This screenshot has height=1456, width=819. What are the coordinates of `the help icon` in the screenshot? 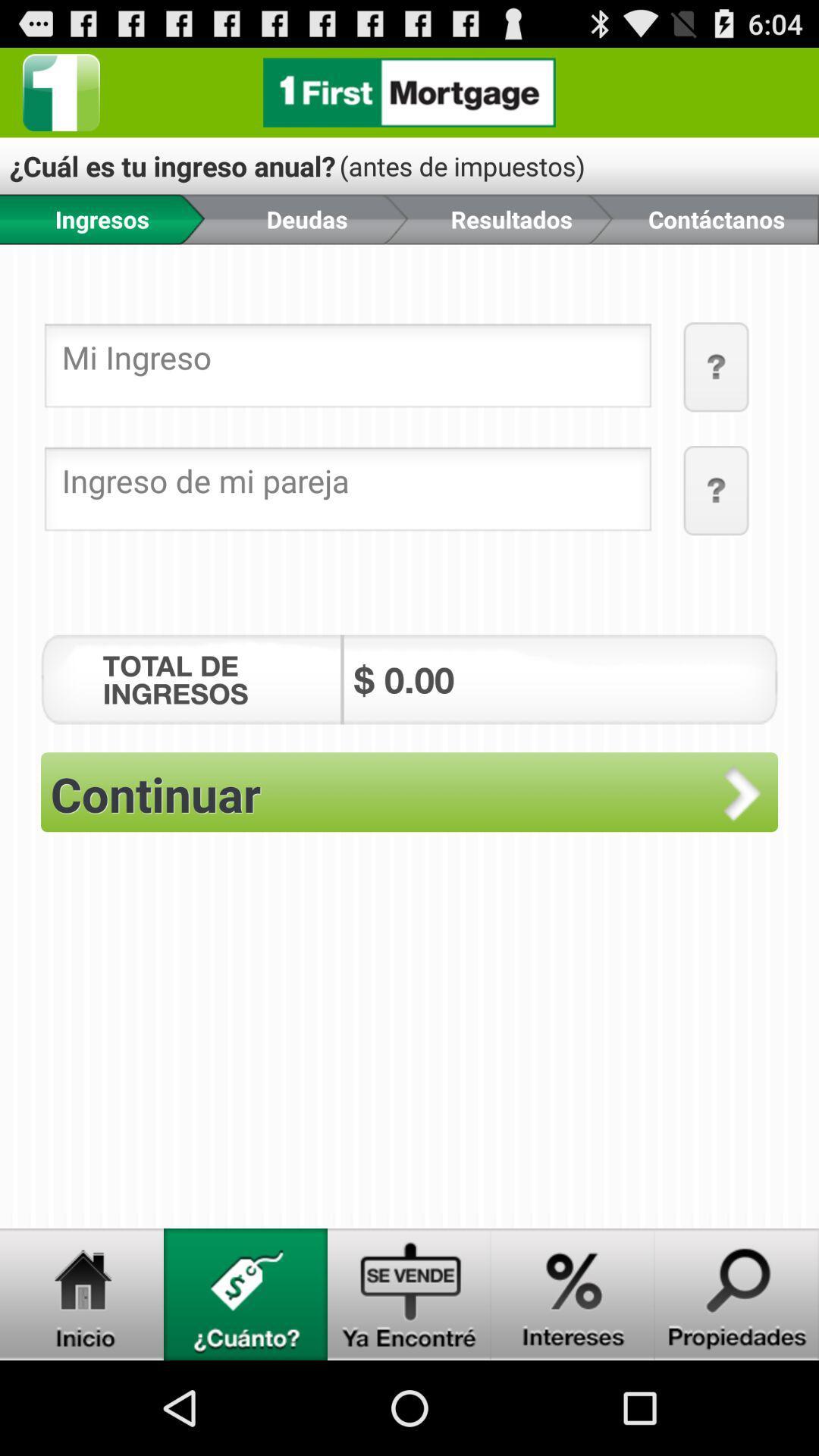 It's located at (717, 394).